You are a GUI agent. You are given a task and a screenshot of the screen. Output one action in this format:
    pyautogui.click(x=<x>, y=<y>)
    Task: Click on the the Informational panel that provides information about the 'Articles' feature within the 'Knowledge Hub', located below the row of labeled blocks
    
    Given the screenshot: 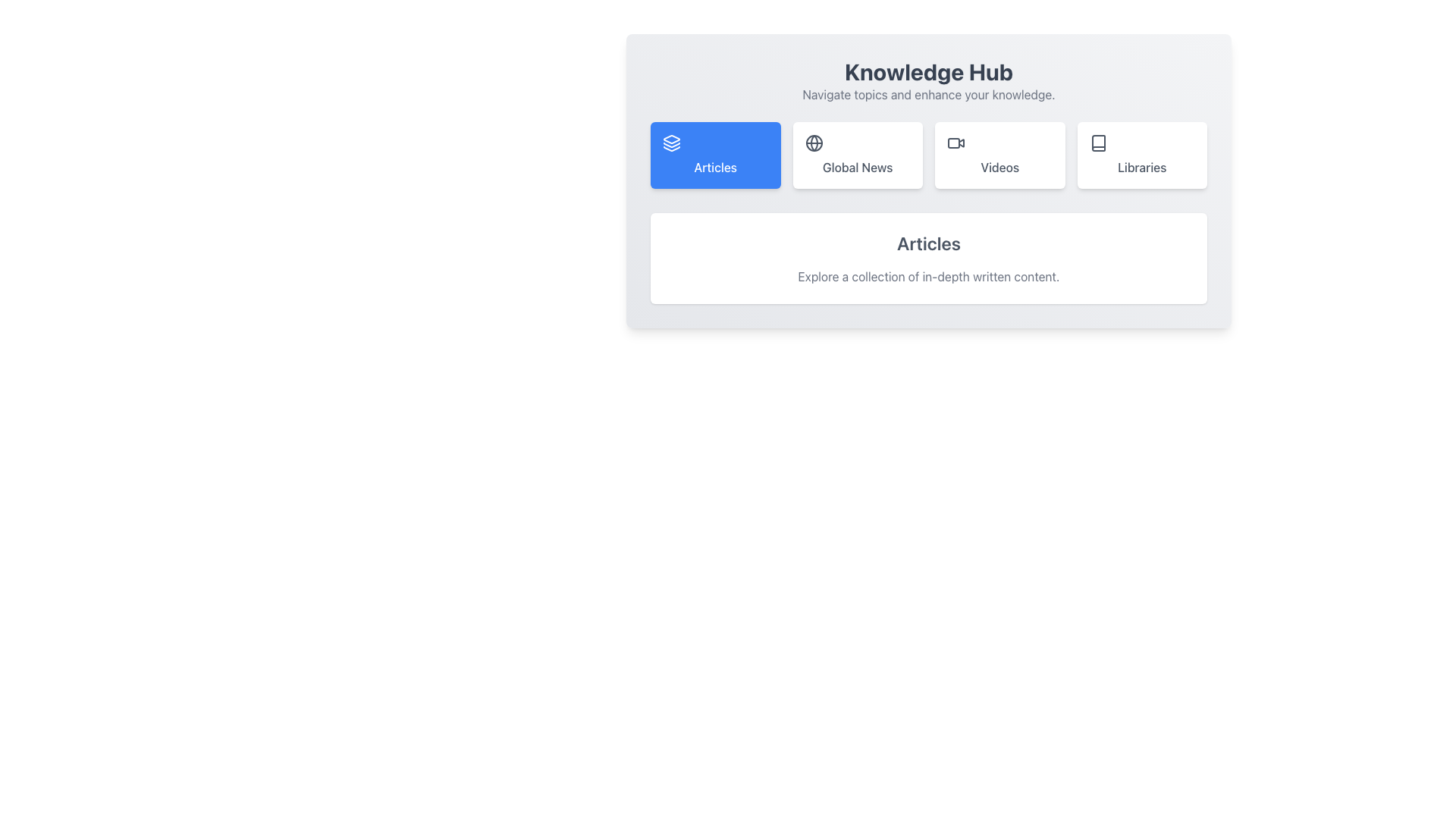 What is the action you would take?
    pyautogui.click(x=927, y=257)
    